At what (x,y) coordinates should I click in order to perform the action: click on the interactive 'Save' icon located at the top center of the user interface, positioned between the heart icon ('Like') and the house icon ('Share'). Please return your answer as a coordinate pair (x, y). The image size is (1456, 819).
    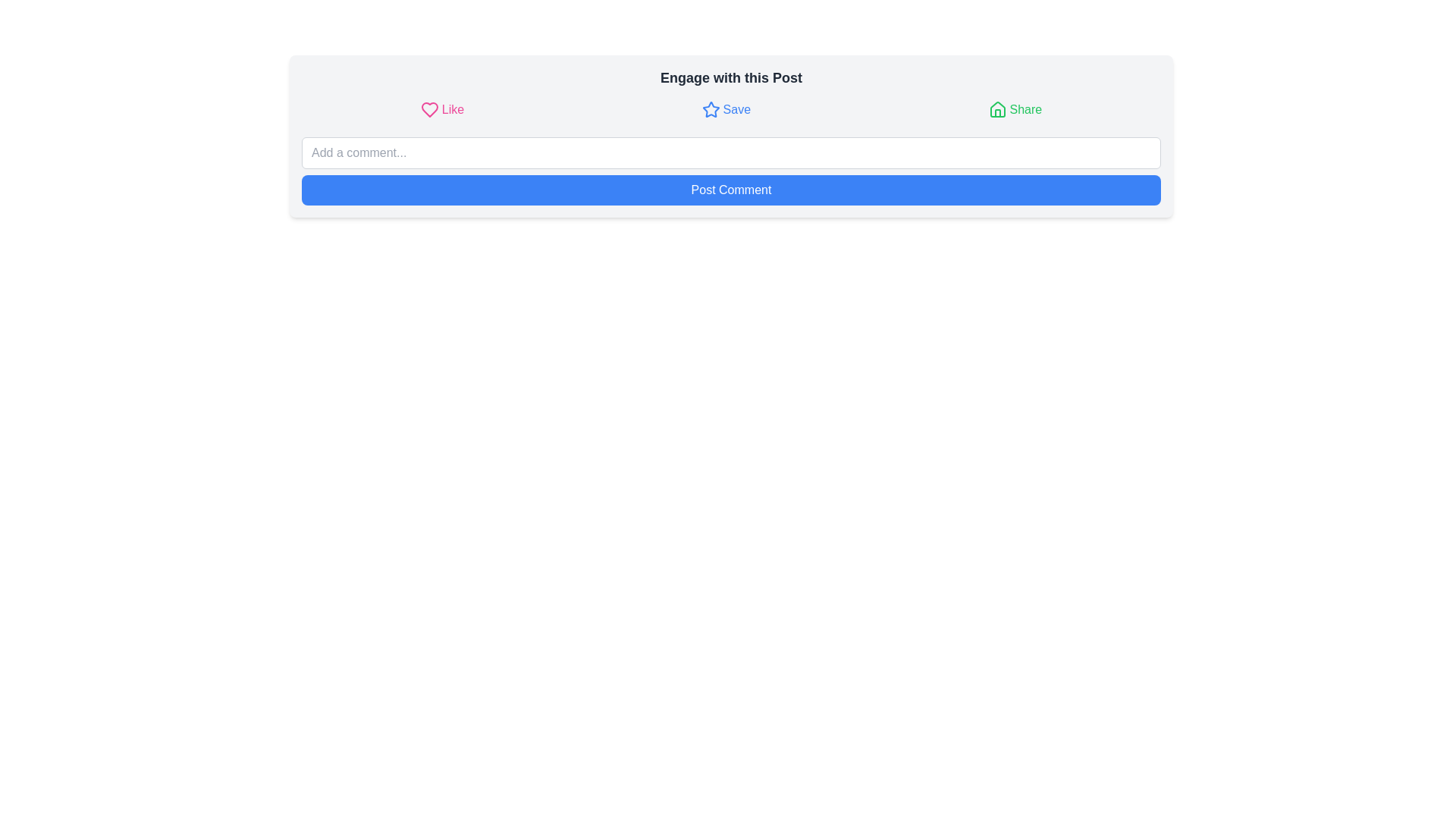
    Looking at the image, I should click on (710, 108).